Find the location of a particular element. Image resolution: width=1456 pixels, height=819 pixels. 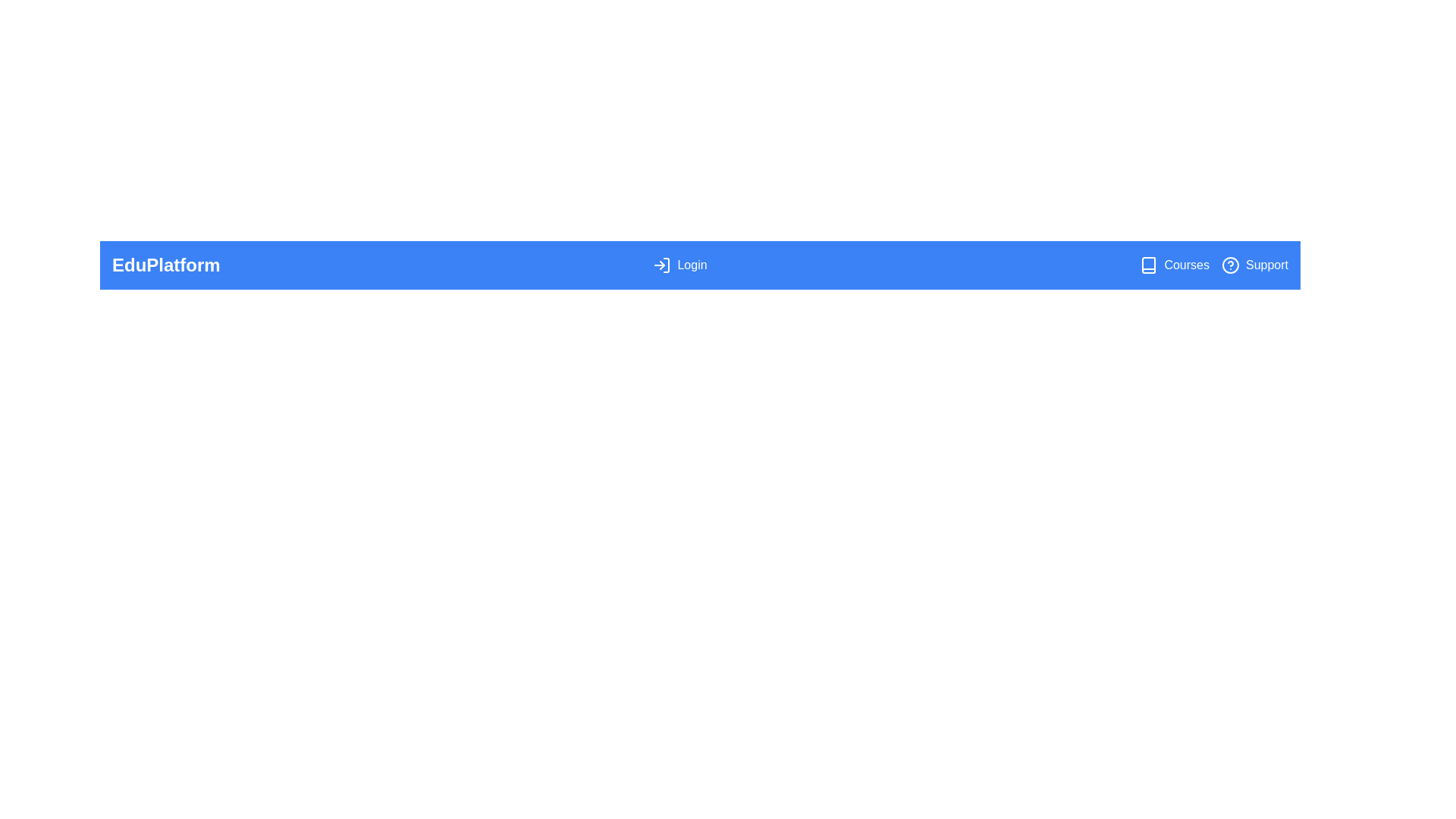

the 'Courses' icon located in the navigation bar, which is positioned directly left of the 'Courses' text and right of the 'Support' option is located at coordinates (1149, 265).